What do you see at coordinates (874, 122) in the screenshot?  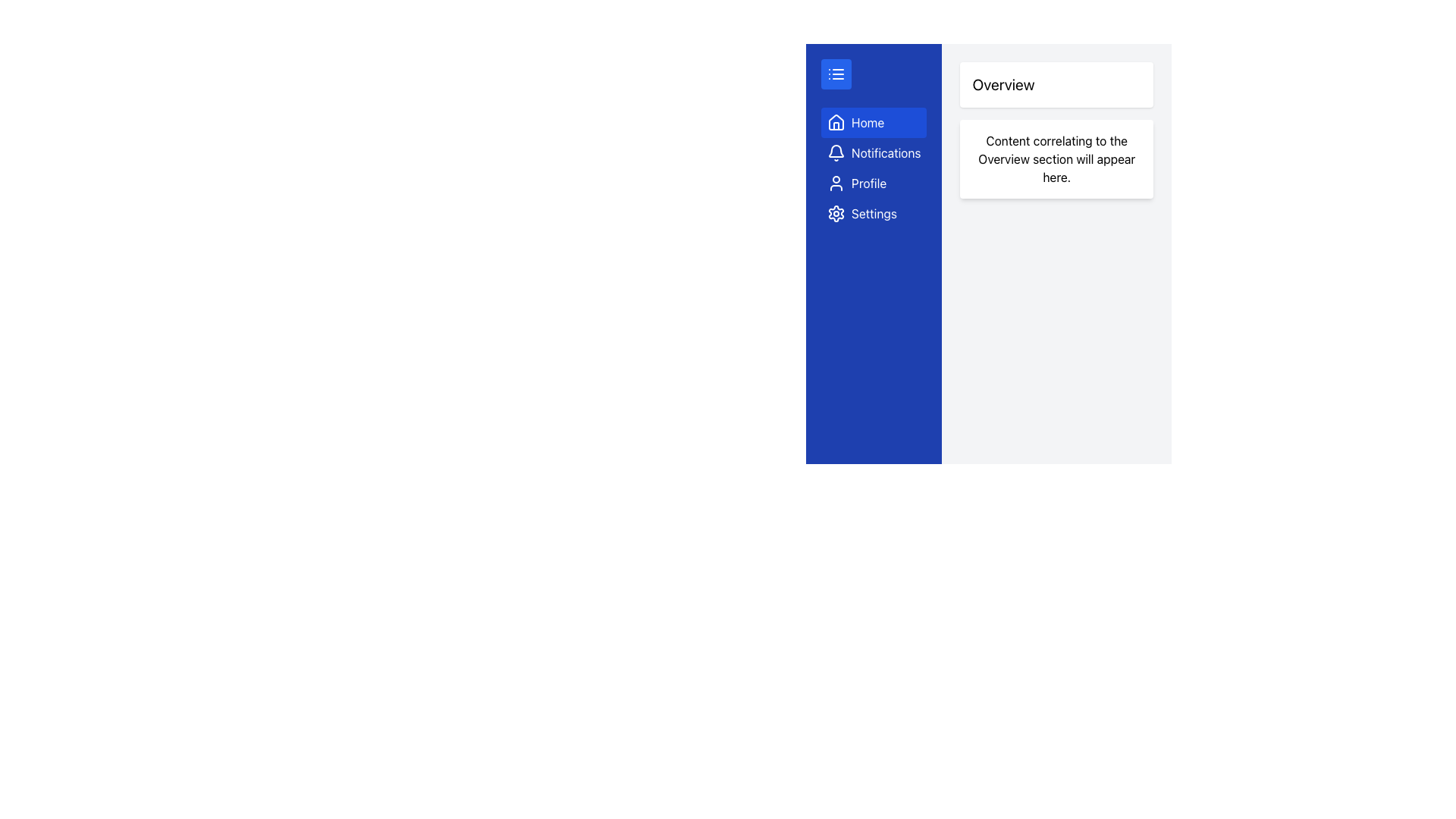 I see `the 'Home' button located in the blue sidebar, which is the first button in a vertical stack of navigation options` at bounding box center [874, 122].